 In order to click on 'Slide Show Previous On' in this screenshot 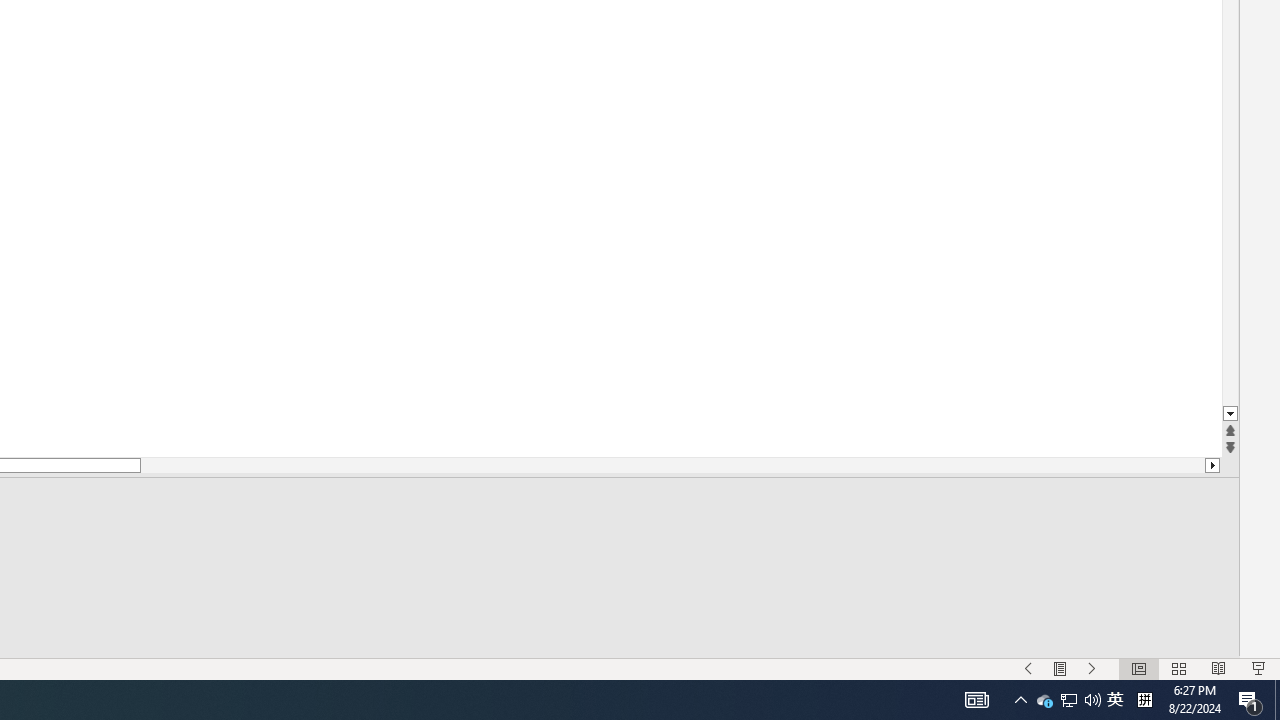, I will do `click(1044, 698)`.